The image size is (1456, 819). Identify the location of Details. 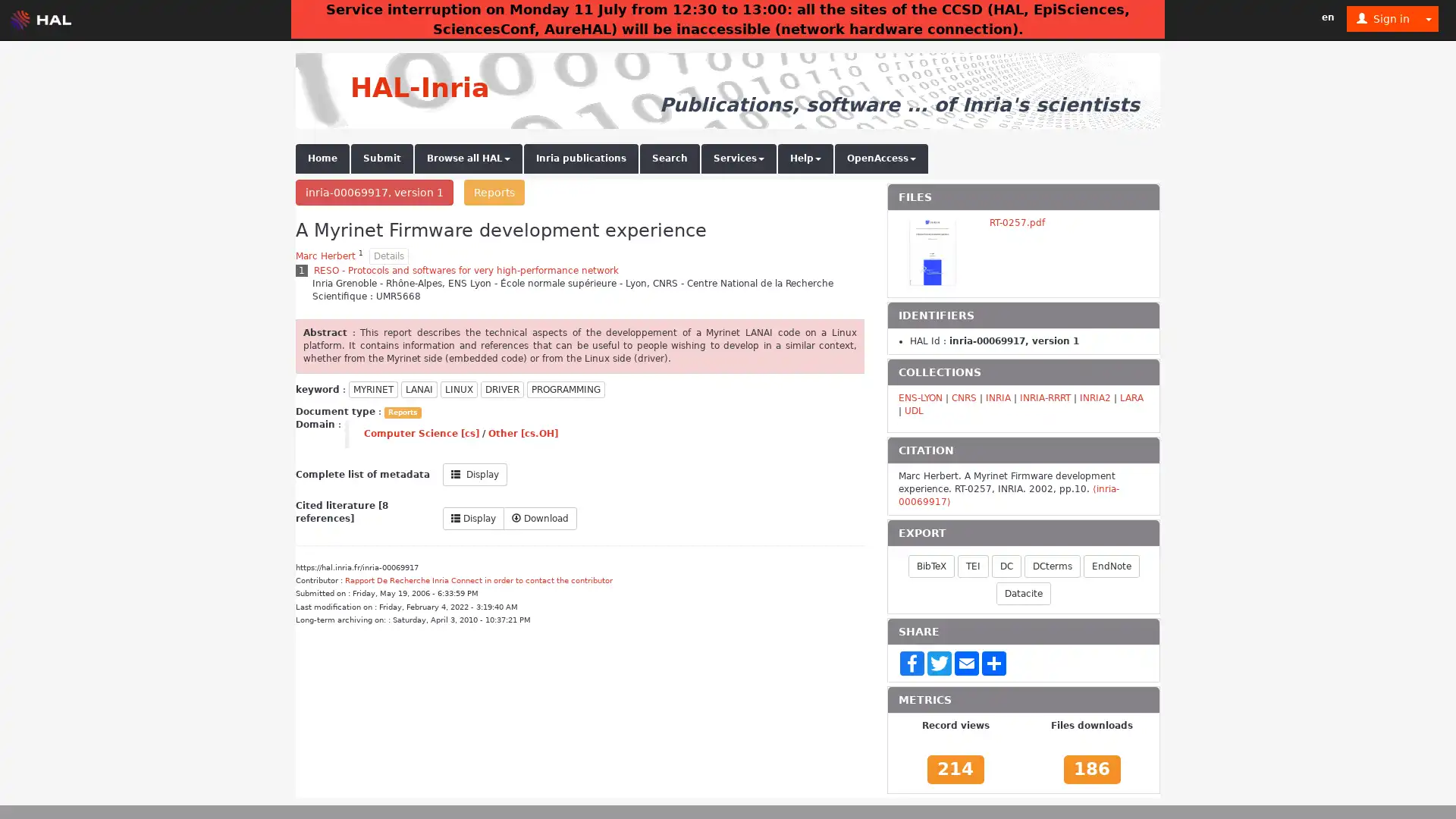
(389, 256).